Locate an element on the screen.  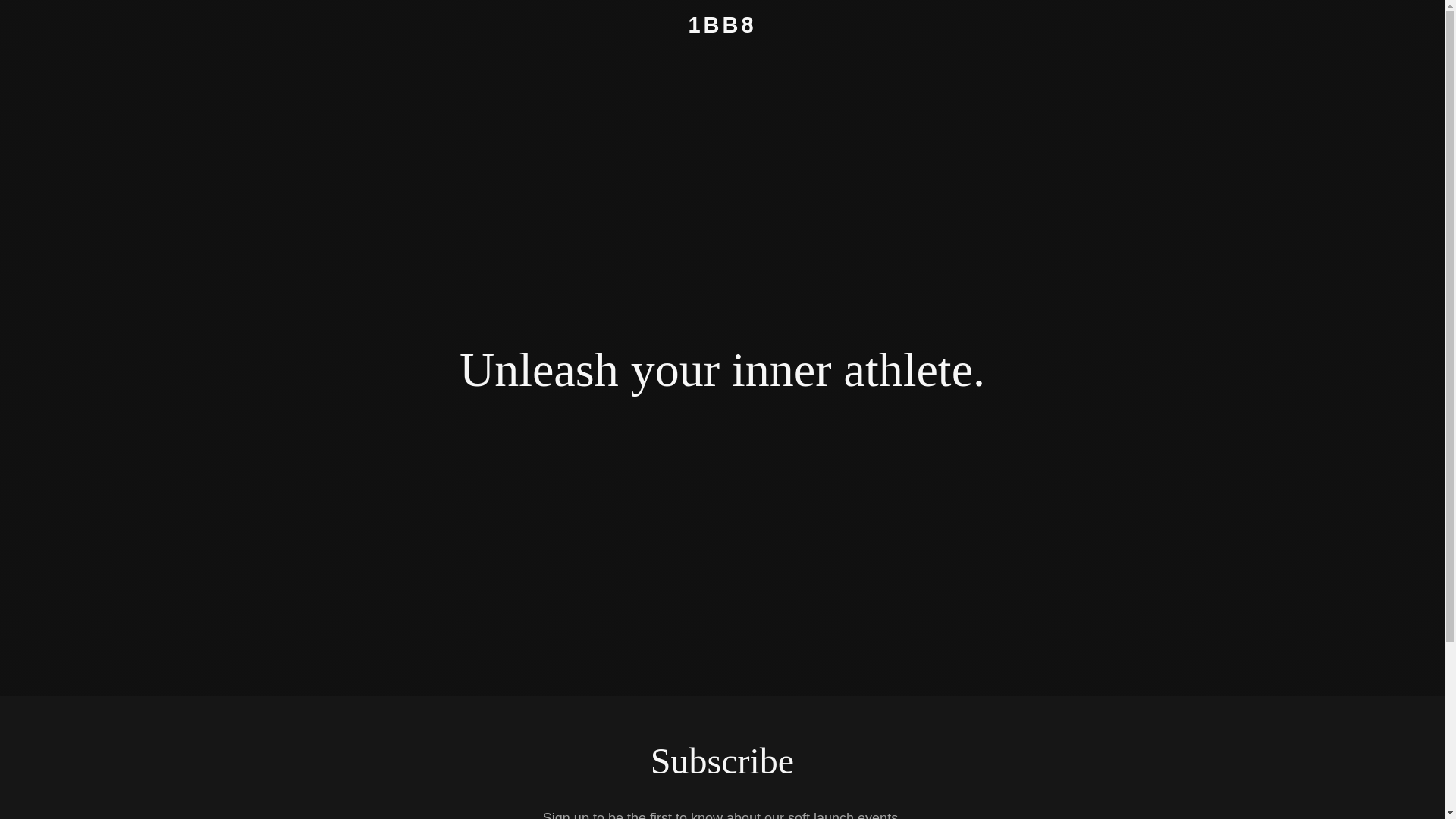
'1BB8' is located at coordinates (721, 28).